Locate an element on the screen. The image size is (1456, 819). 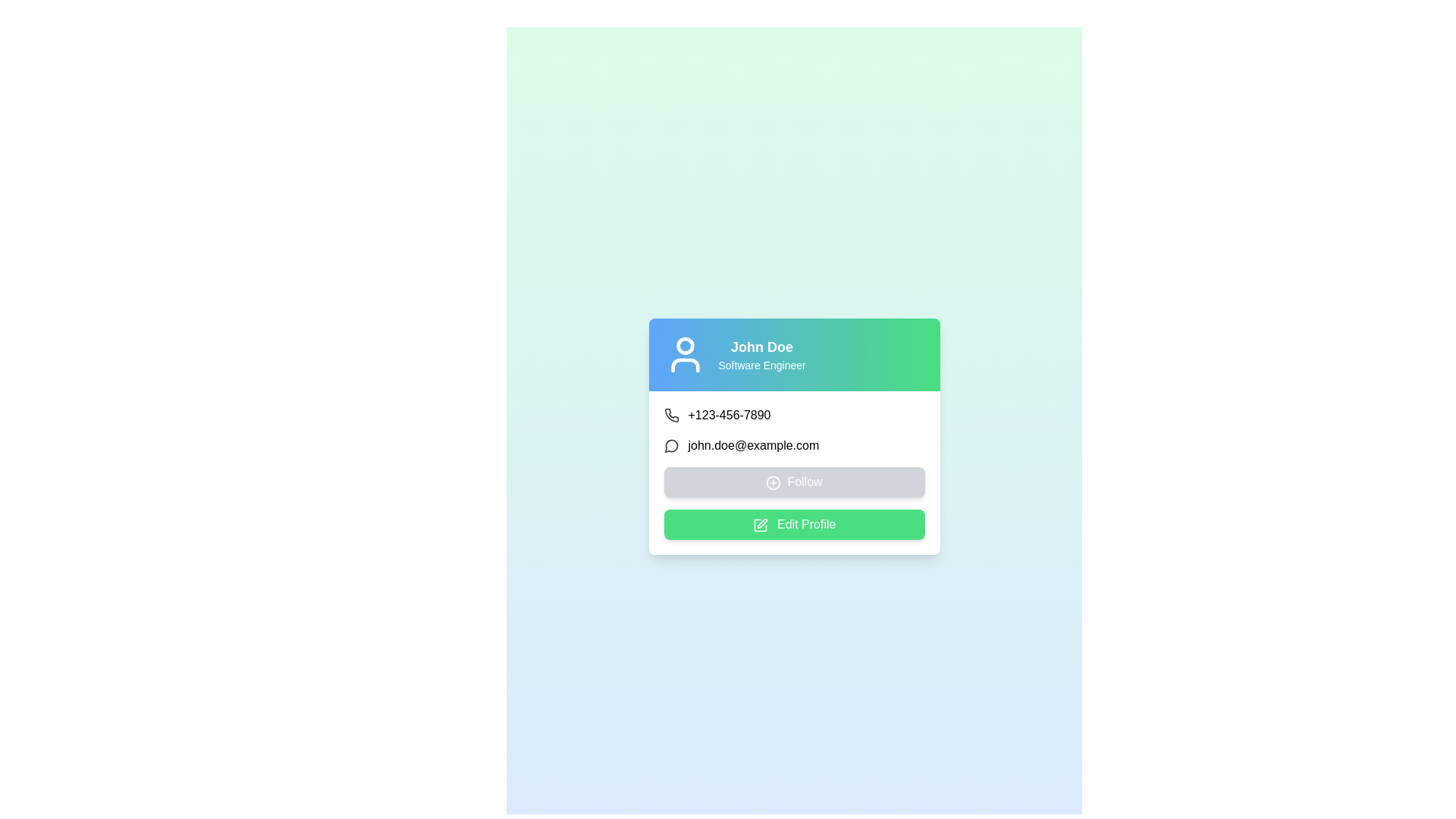
vector graphic element located beneath the circular avatar in the avatar section of the card using developer tools is located at coordinates (684, 366).